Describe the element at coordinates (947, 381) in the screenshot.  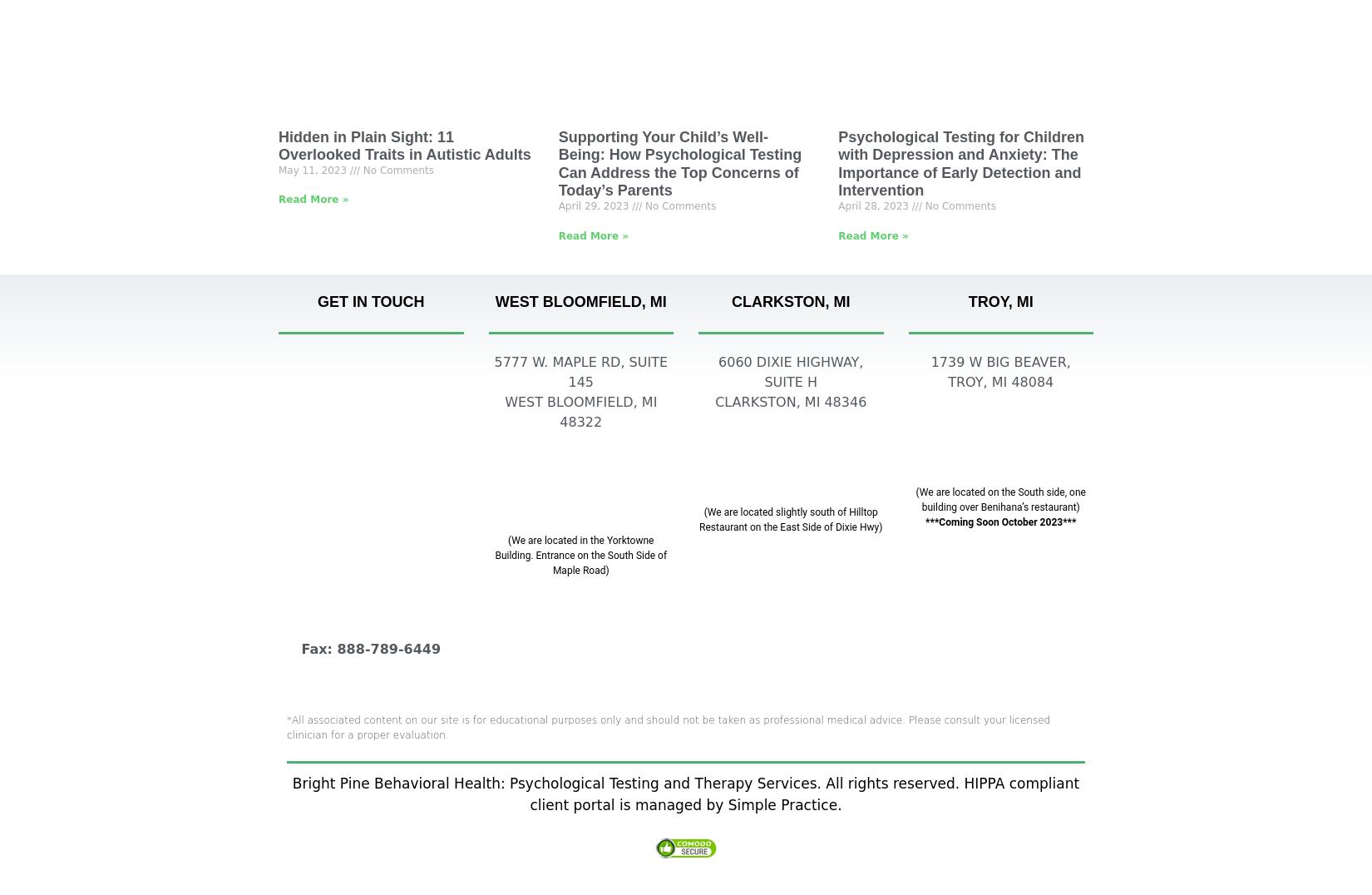
I see `'TROY, MI 48084'` at that location.